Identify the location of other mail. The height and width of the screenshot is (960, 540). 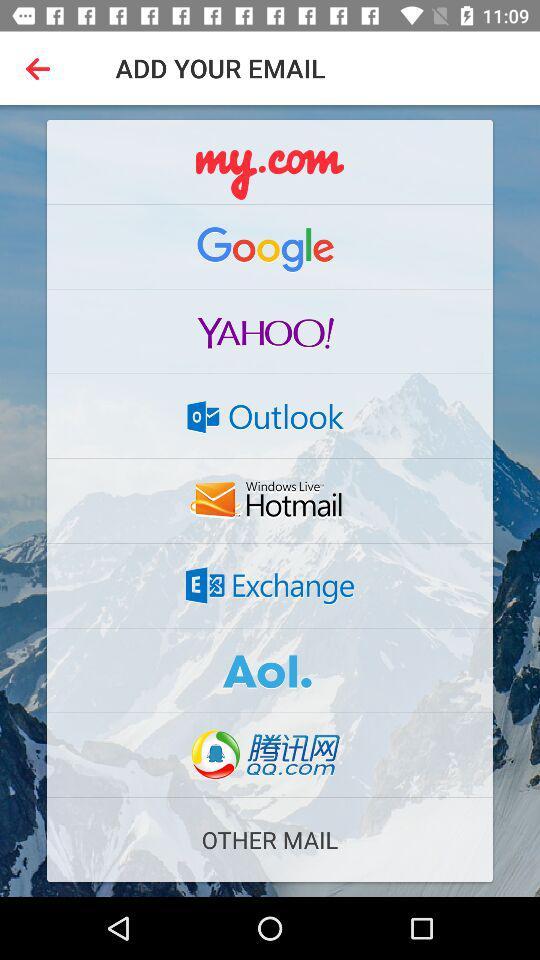
(270, 840).